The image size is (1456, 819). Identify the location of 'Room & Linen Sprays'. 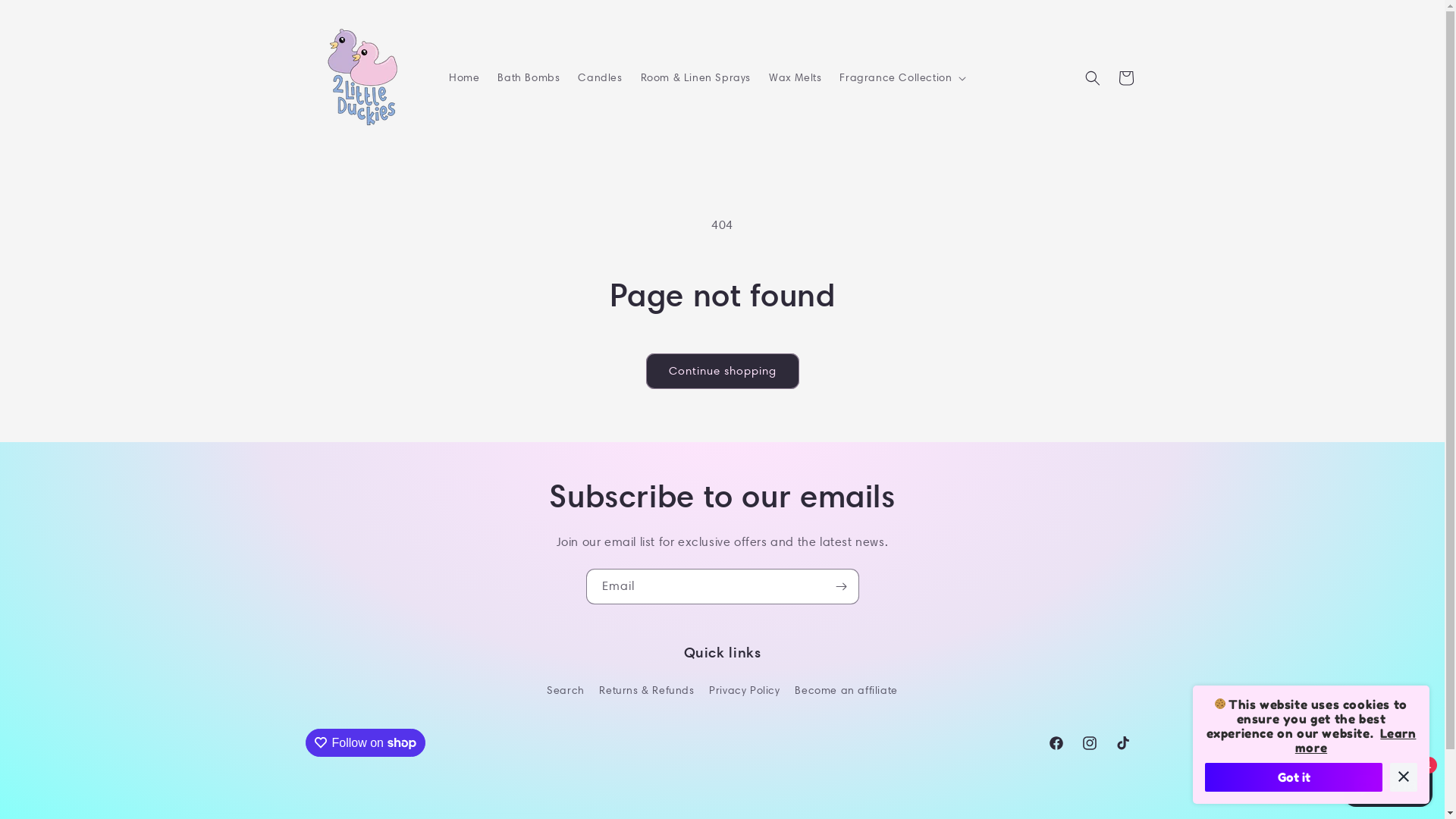
(695, 77).